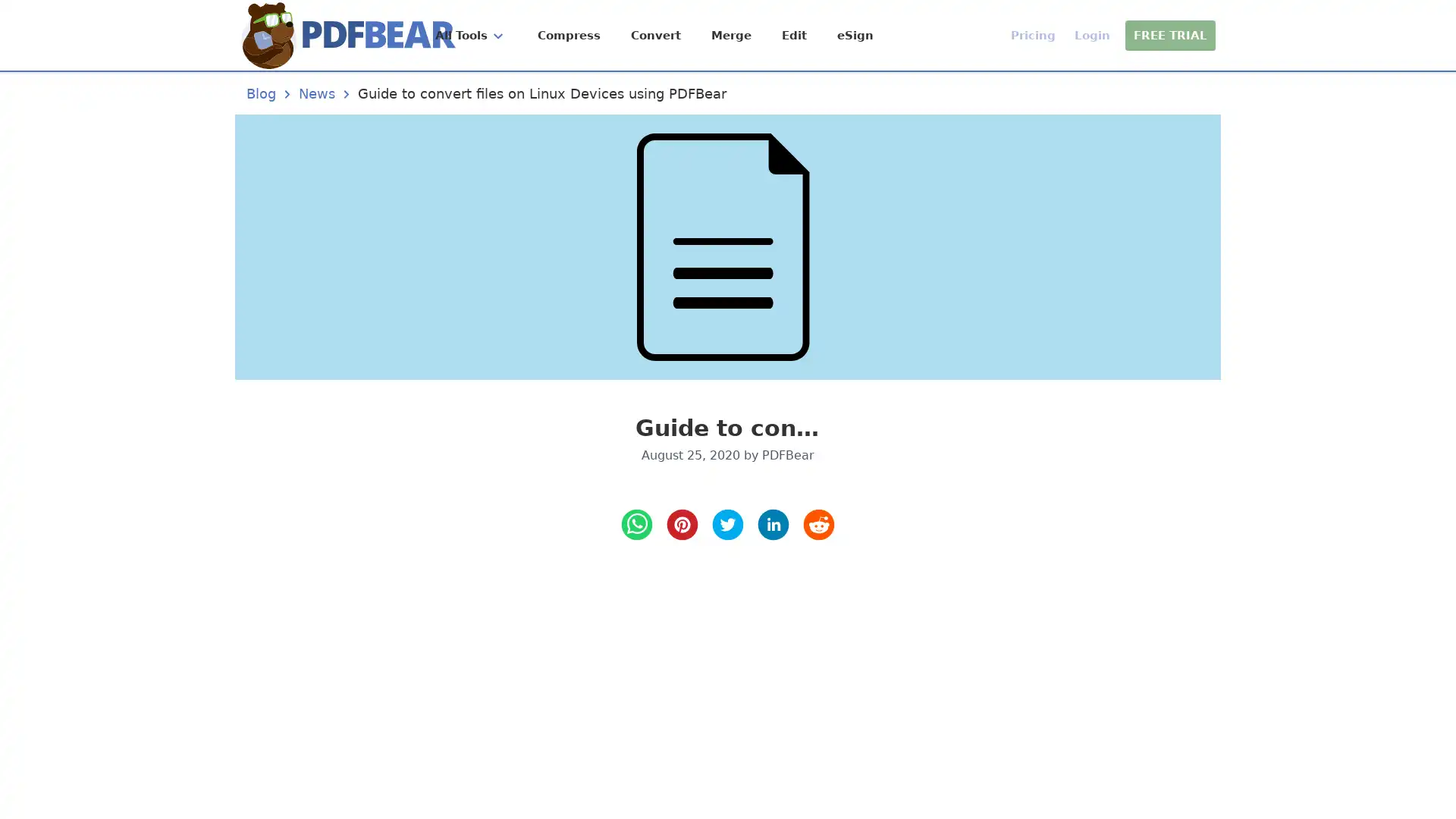 This screenshot has width=1456, height=819. Describe the element at coordinates (682, 523) in the screenshot. I see `pinterest` at that location.